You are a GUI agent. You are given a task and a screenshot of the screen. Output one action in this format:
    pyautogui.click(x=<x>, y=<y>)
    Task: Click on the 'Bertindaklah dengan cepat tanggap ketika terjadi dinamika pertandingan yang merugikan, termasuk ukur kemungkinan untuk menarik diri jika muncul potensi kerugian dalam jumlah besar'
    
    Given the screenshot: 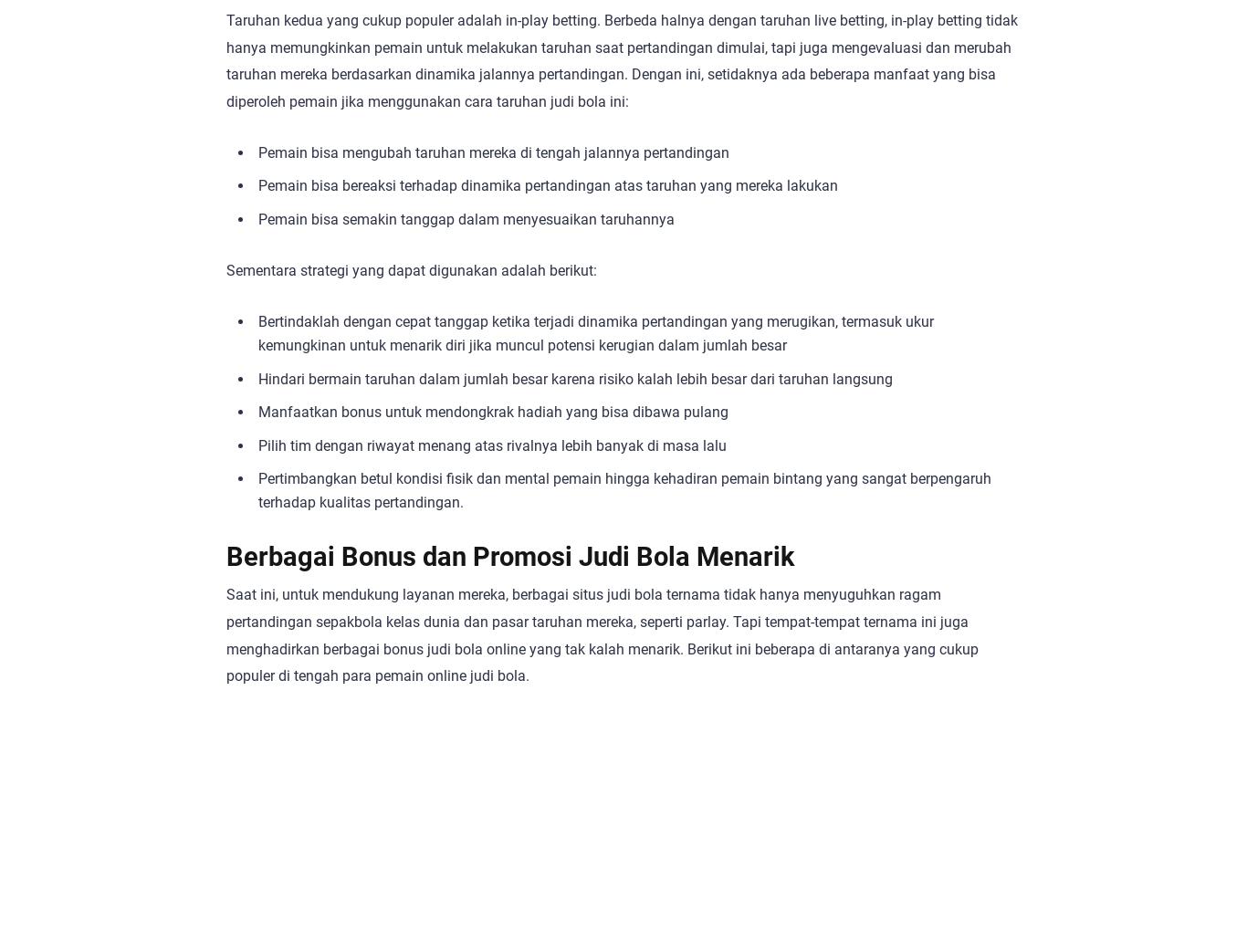 What is the action you would take?
    pyautogui.click(x=594, y=332)
    